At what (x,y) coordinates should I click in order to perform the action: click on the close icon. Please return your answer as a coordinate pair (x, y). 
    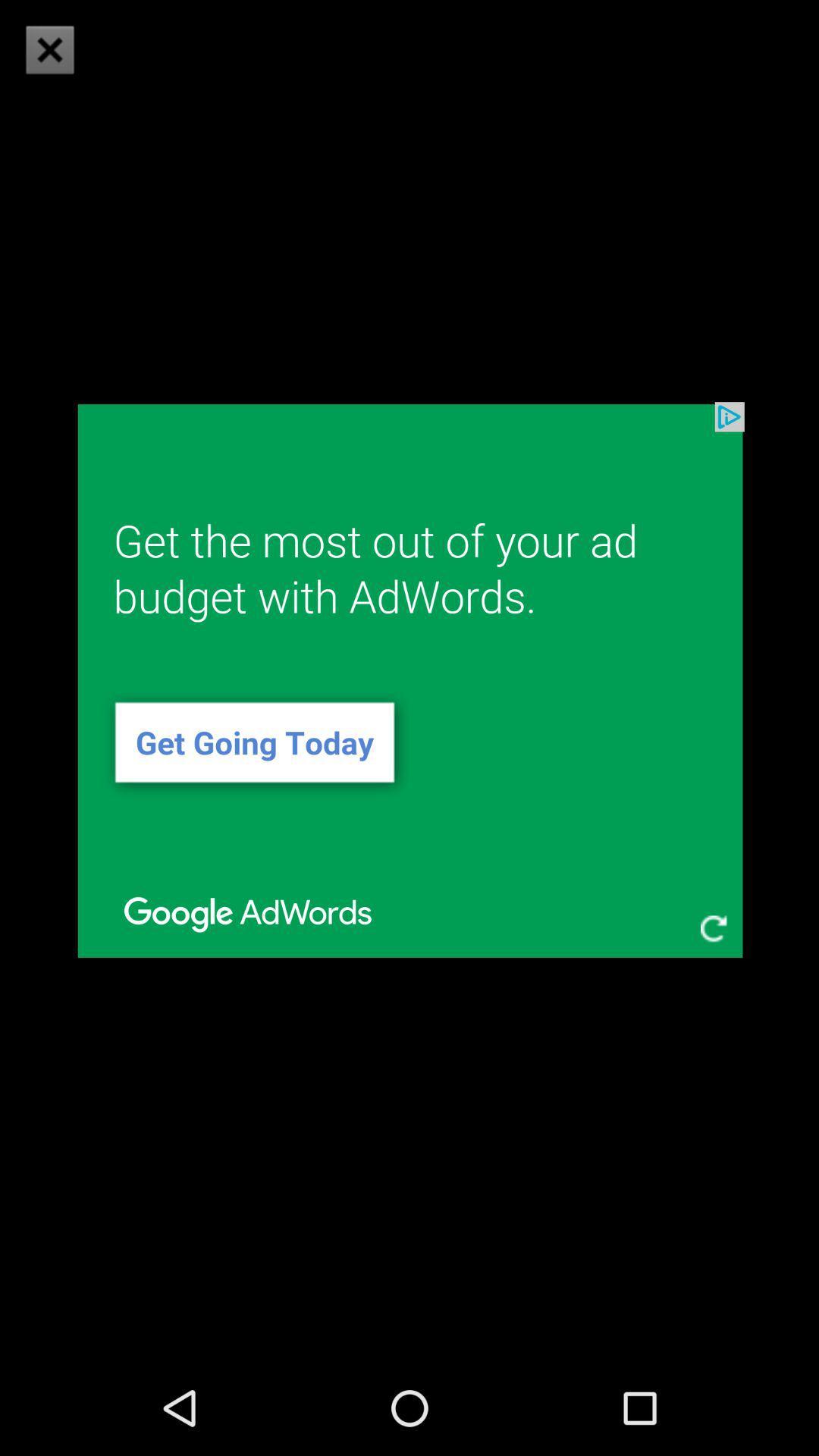
    Looking at the image, I should click on (69, 74).